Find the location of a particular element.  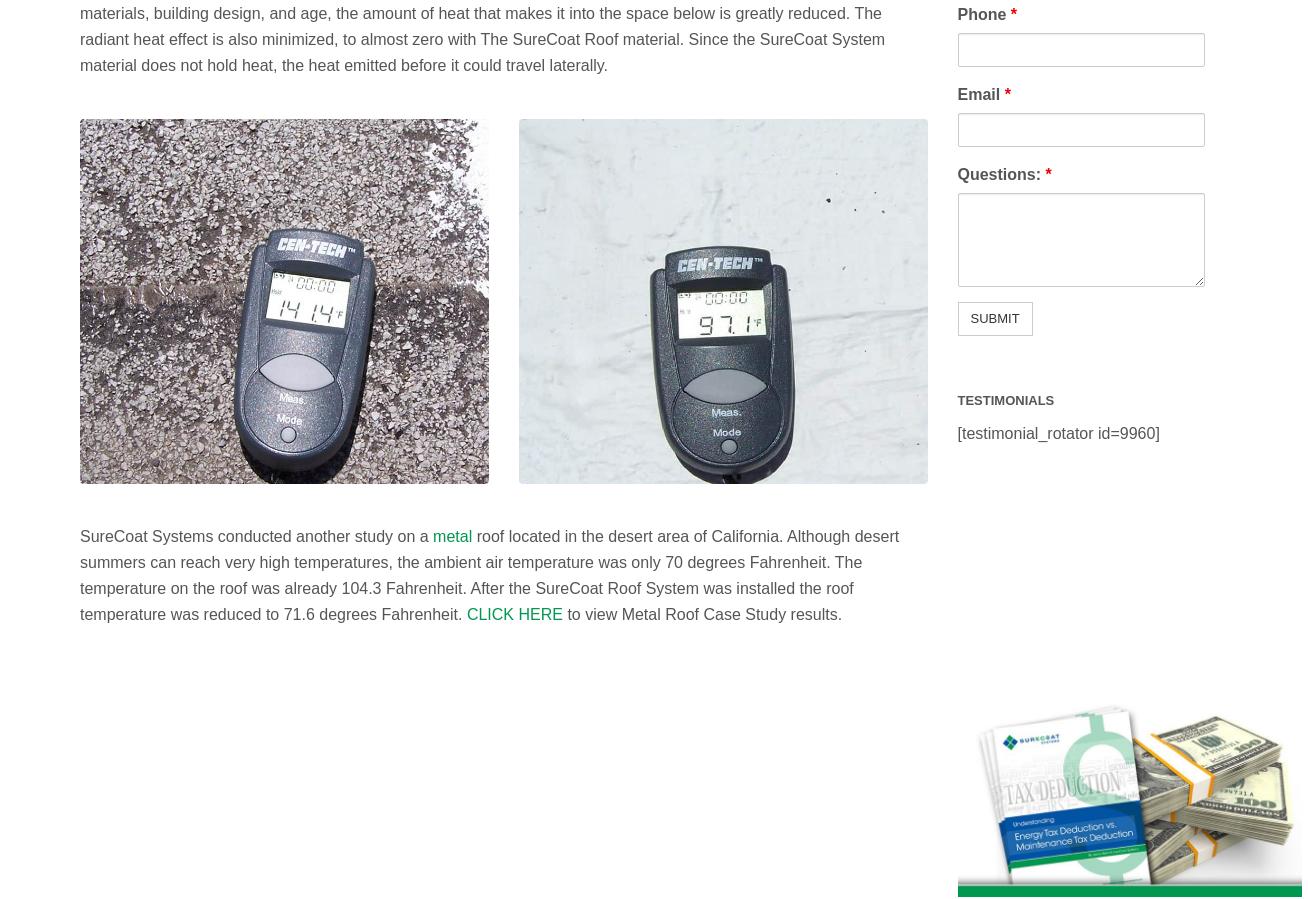

'SureCoat Systems conducted another study on a' is located at coordinates (255, 535).